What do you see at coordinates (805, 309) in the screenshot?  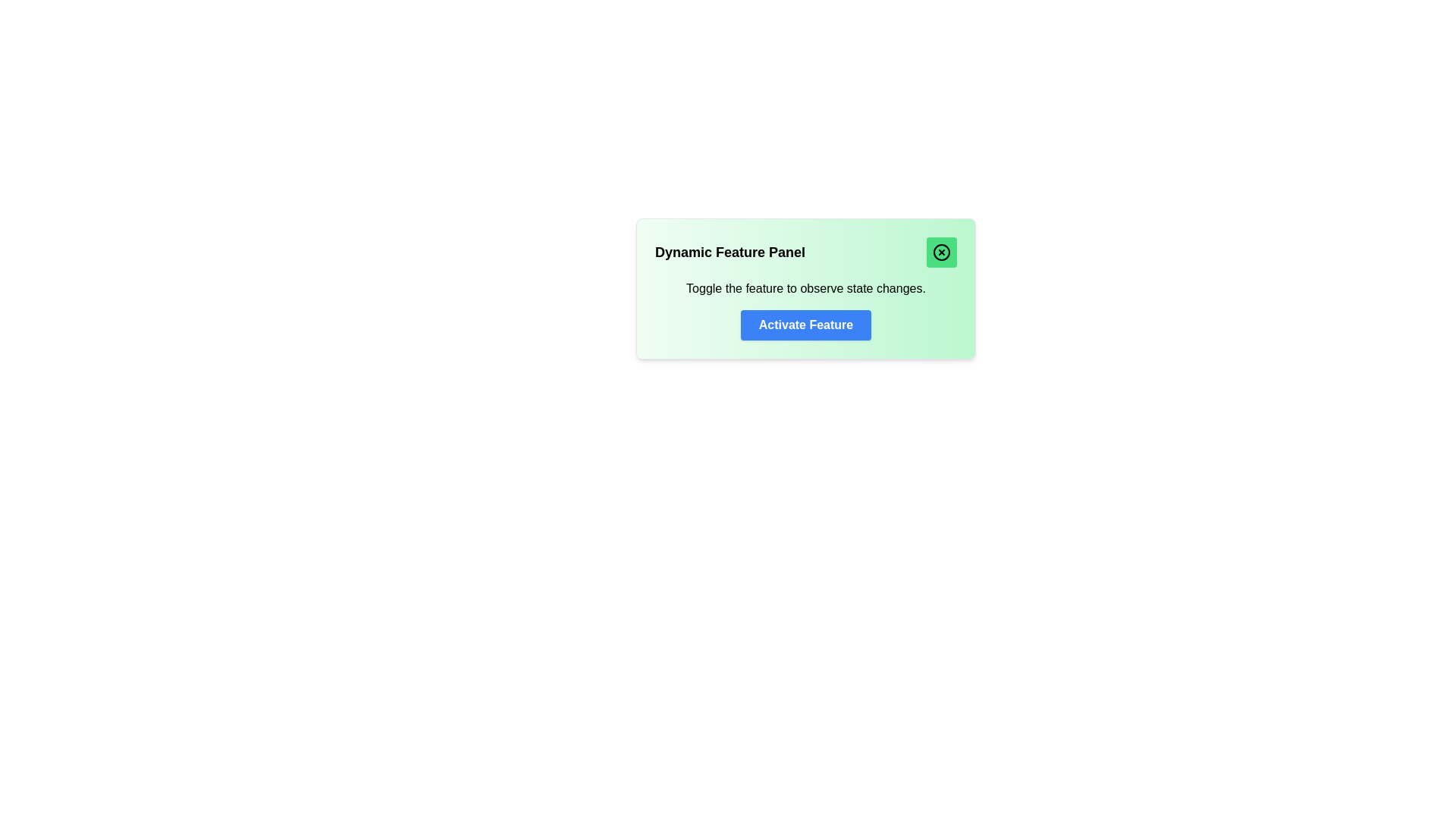 I see `text 'Toggle the feature to observe state changes.' from the composite UI component consisting of a text label and a button in the 'Dynamic Feature Panel'` at bounding box center [805, 309].